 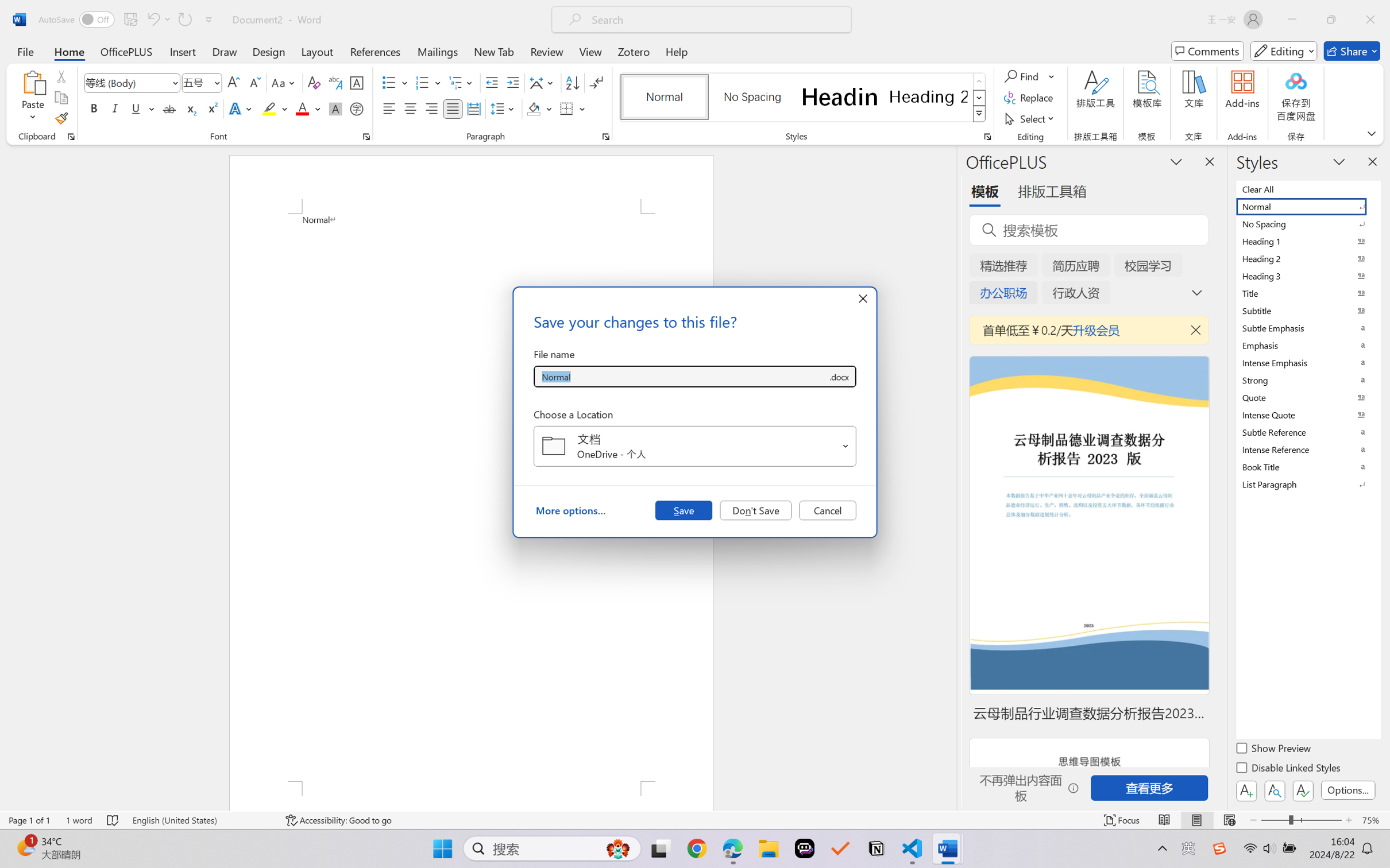 I want to click on 'Mailings', so click(x=438, y=51).